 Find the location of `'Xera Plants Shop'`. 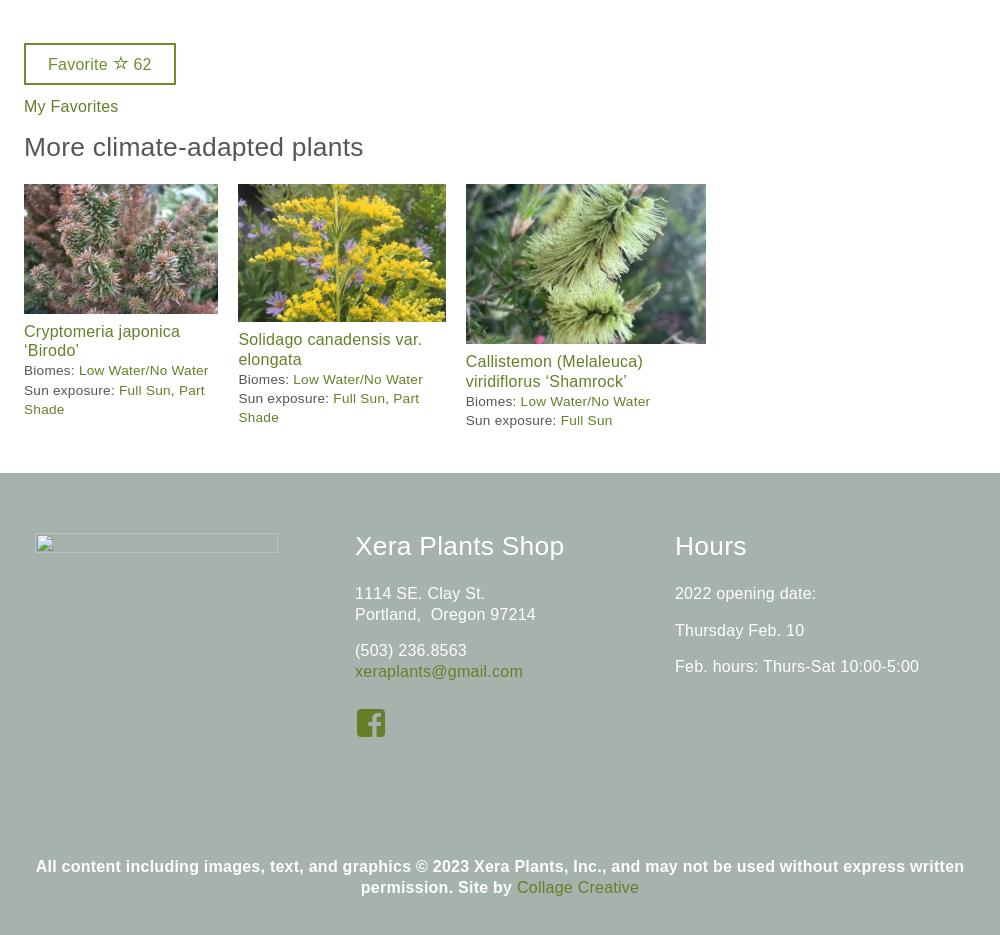

'Xera Plants Shop' is located at coordinates (353, 545).